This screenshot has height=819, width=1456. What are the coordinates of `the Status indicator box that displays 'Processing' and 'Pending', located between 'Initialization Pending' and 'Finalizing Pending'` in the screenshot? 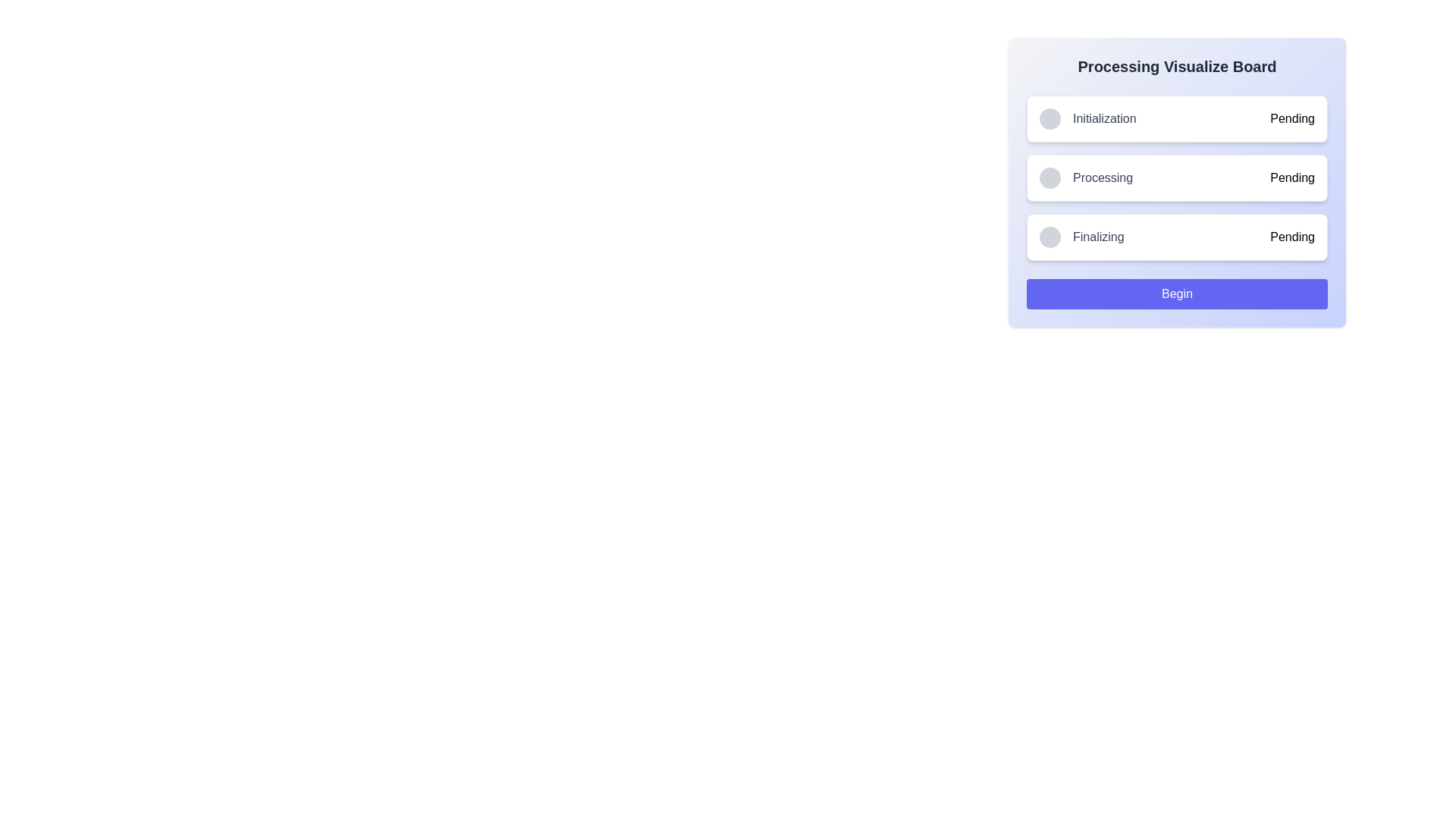 It's located at (1176, 177).